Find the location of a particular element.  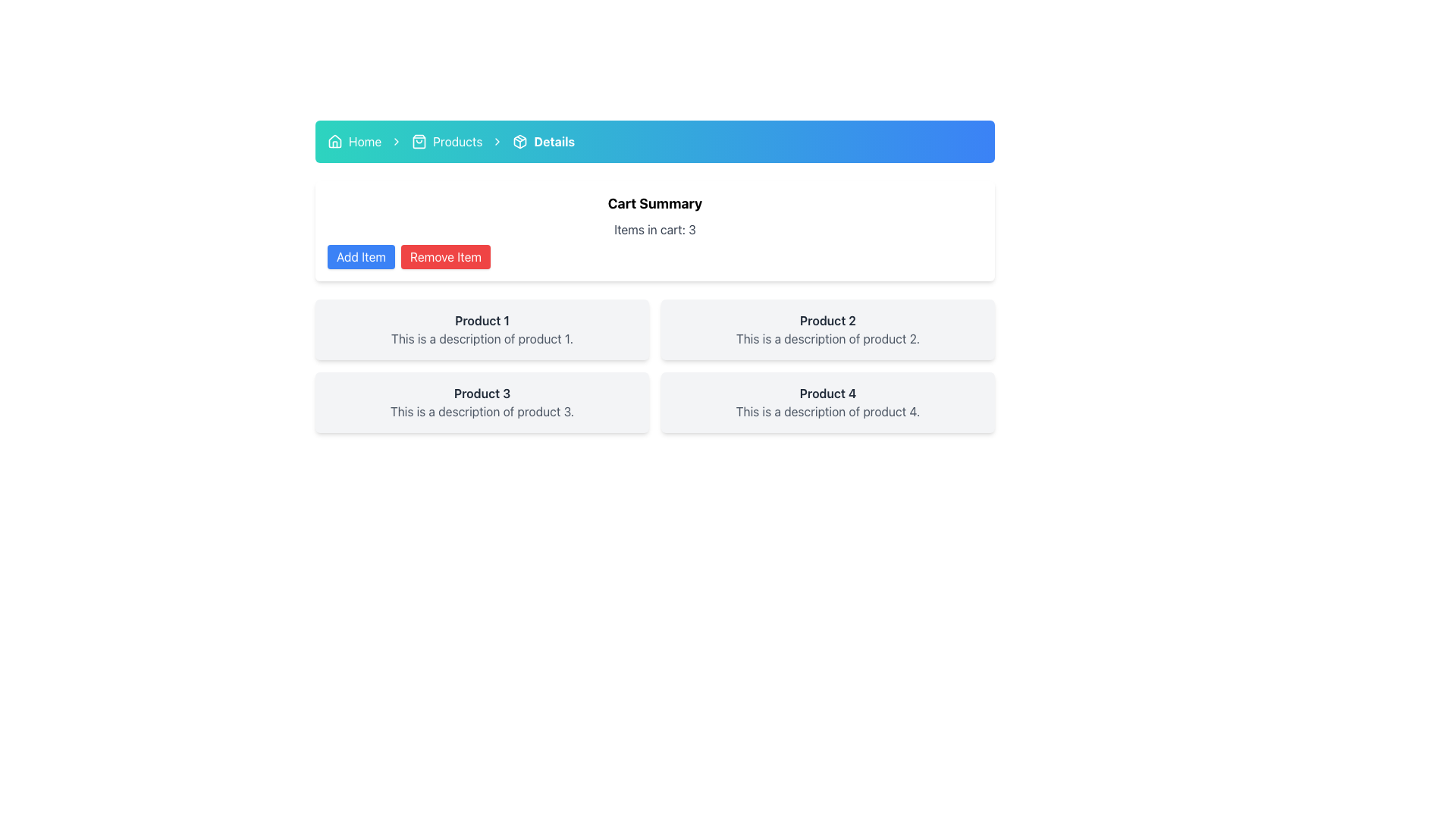

the 'Details' breadcrumb link in the navigation bar, which is the third item in the sequence 'Home > Products > Details' is located at coordinates (544, 141).